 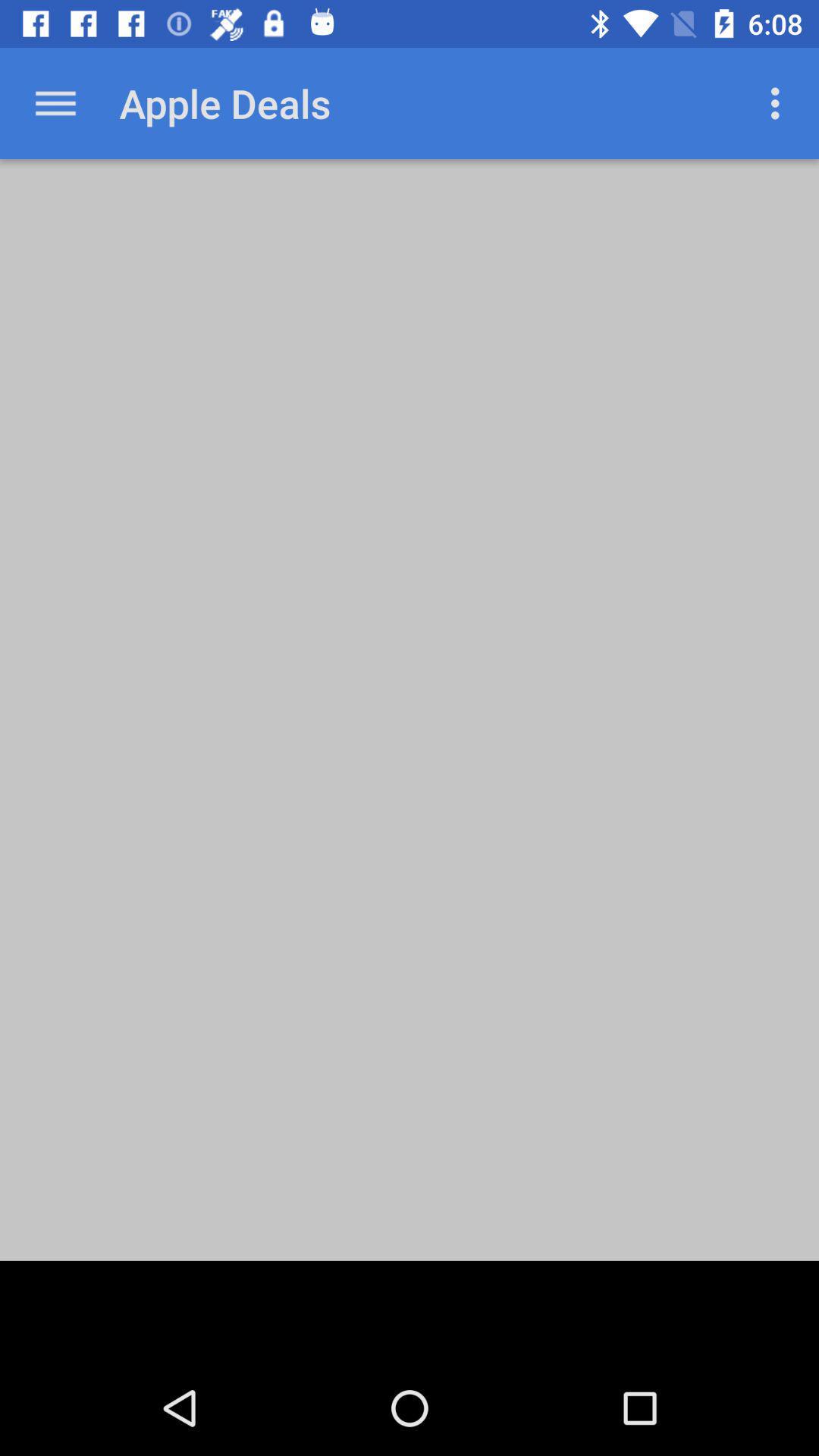 What do you see at coordinates (55, 102) in the screenshot?
I see `icon next to apple deals item` at bounding box center [55, 102].